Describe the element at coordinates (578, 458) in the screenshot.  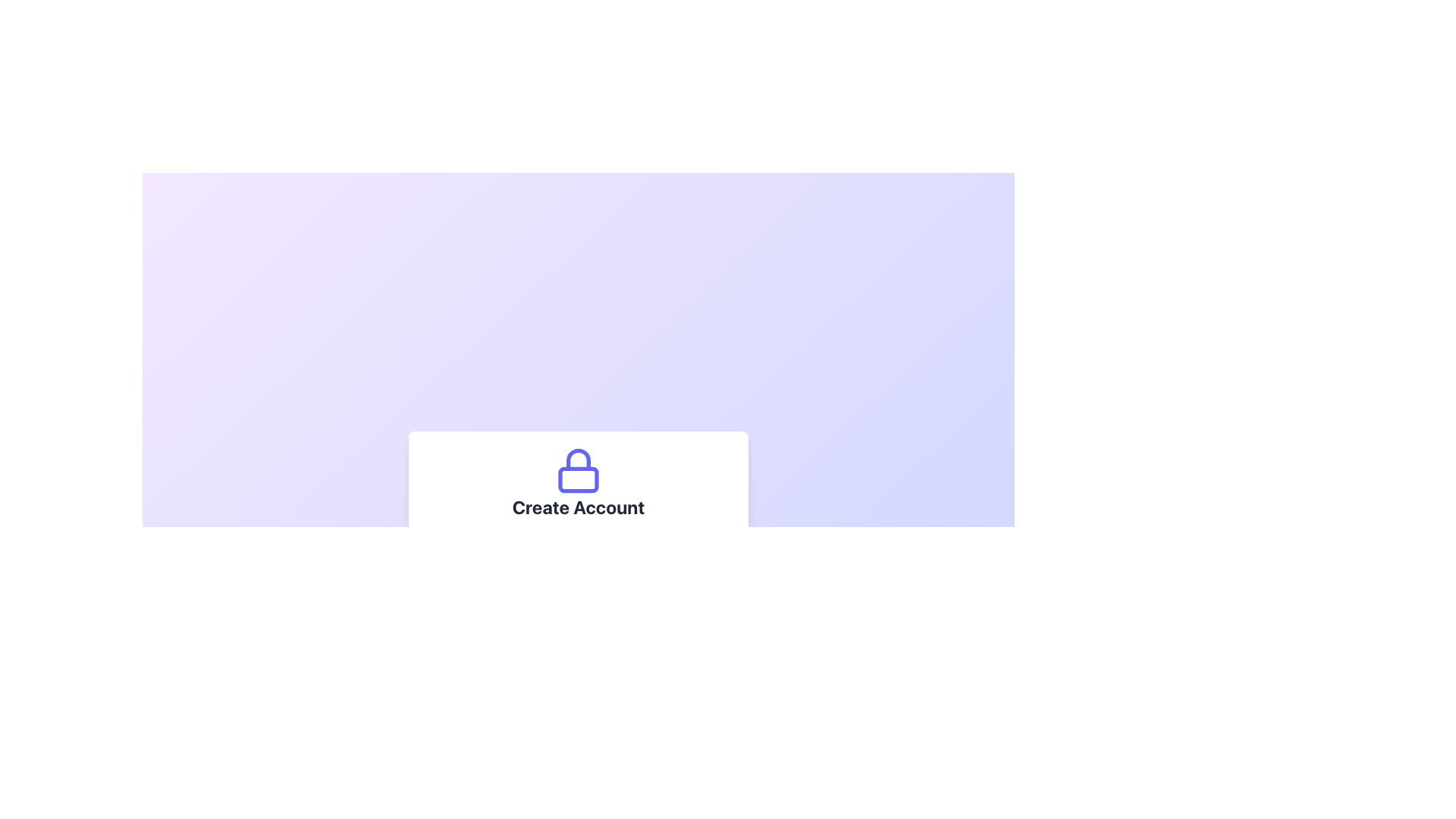
I see `the decorative graphical icon component that indicates a secure account creation process, positioned above the lock icon and centered horizontally above the 'Create Account' text` at that location.